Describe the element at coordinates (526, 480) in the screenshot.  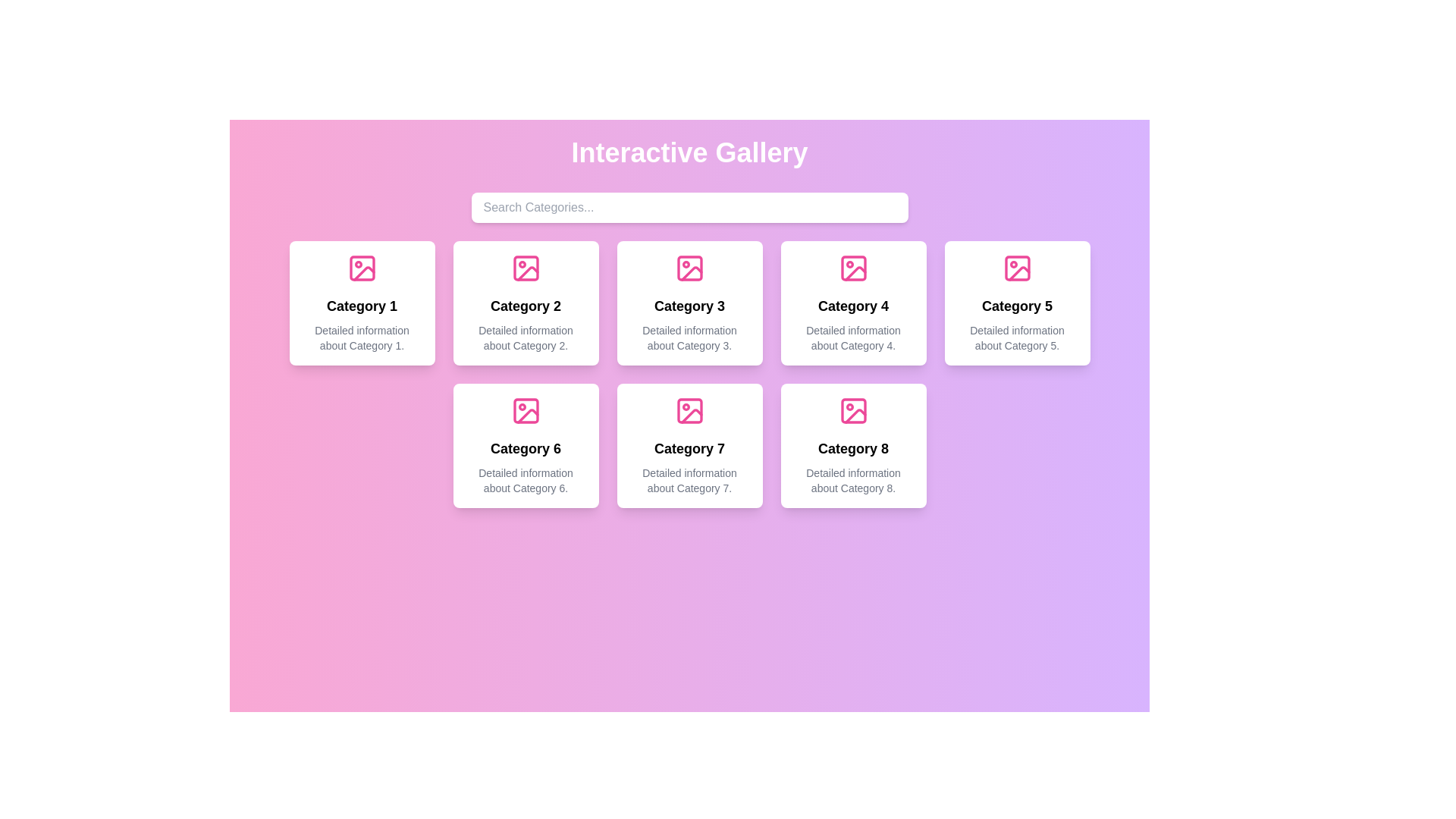
I see `text from the text block displaying 'Detailed information about Category 6.', which is styled with a small font size and located at the bottom portion of its containing card` at that location.